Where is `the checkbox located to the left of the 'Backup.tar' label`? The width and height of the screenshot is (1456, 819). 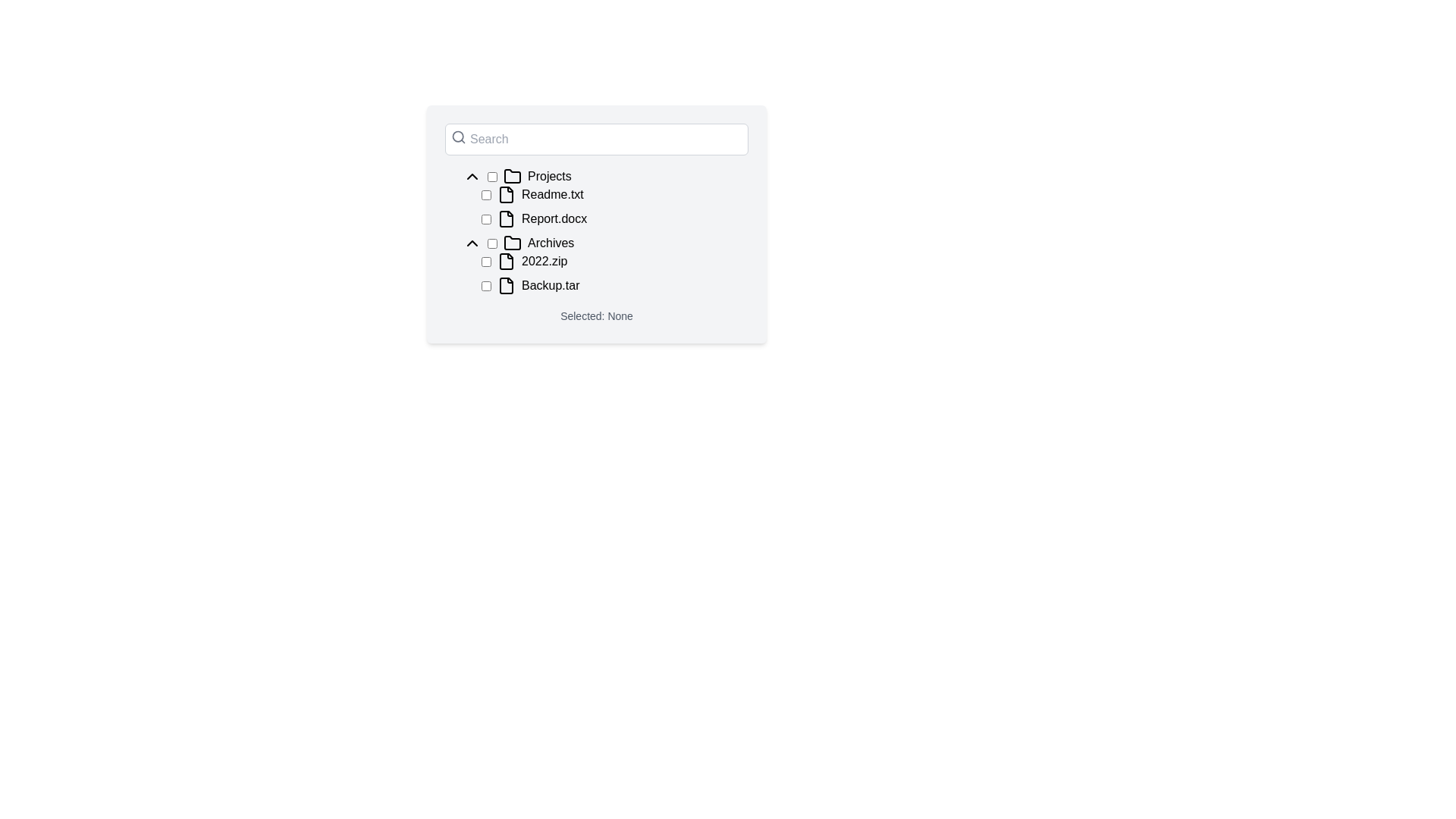 the checkbox located to the left of the 'Backup.tar' label is located at coordinates (486, 286).